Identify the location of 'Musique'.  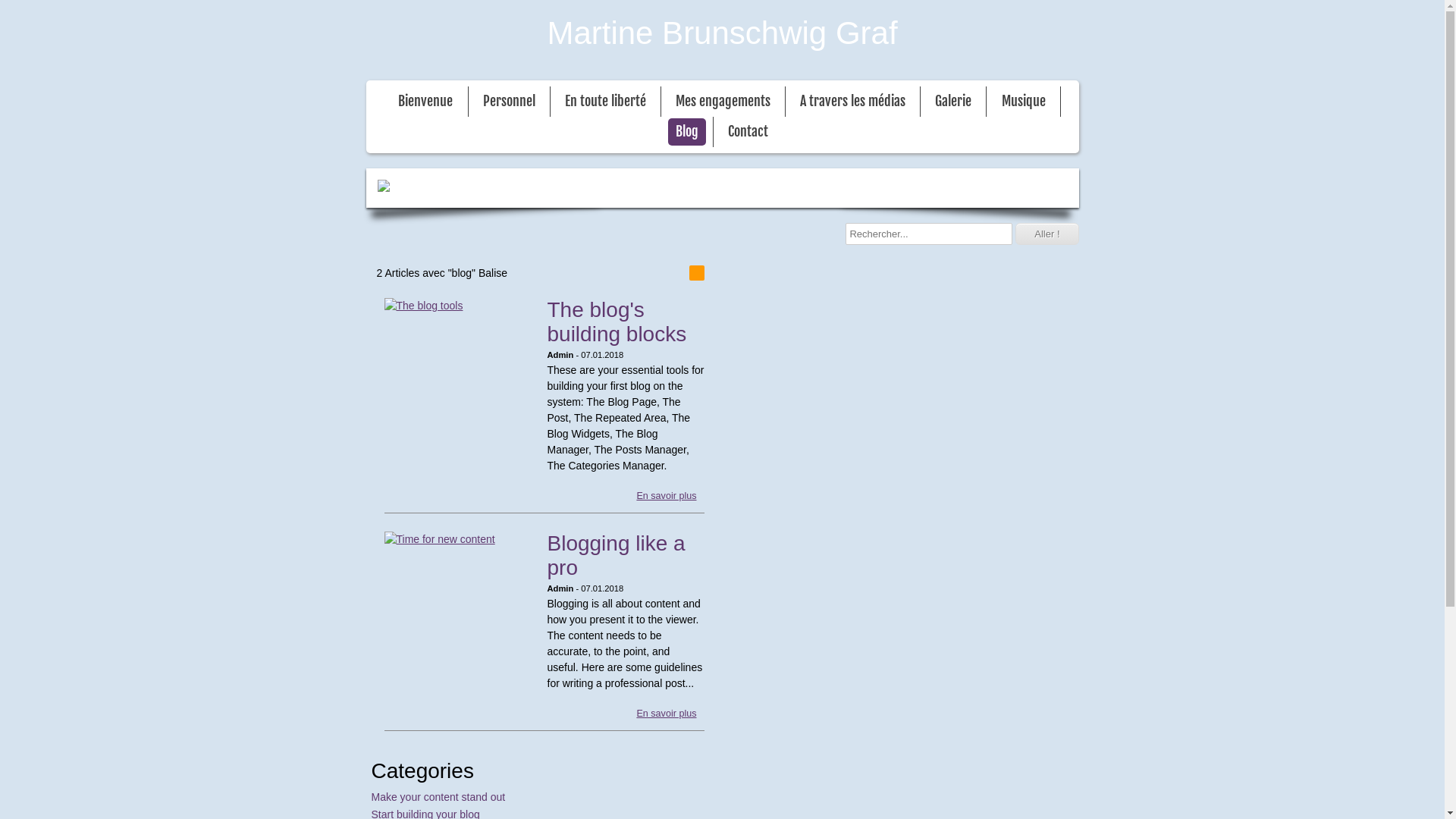
(1023, 102).